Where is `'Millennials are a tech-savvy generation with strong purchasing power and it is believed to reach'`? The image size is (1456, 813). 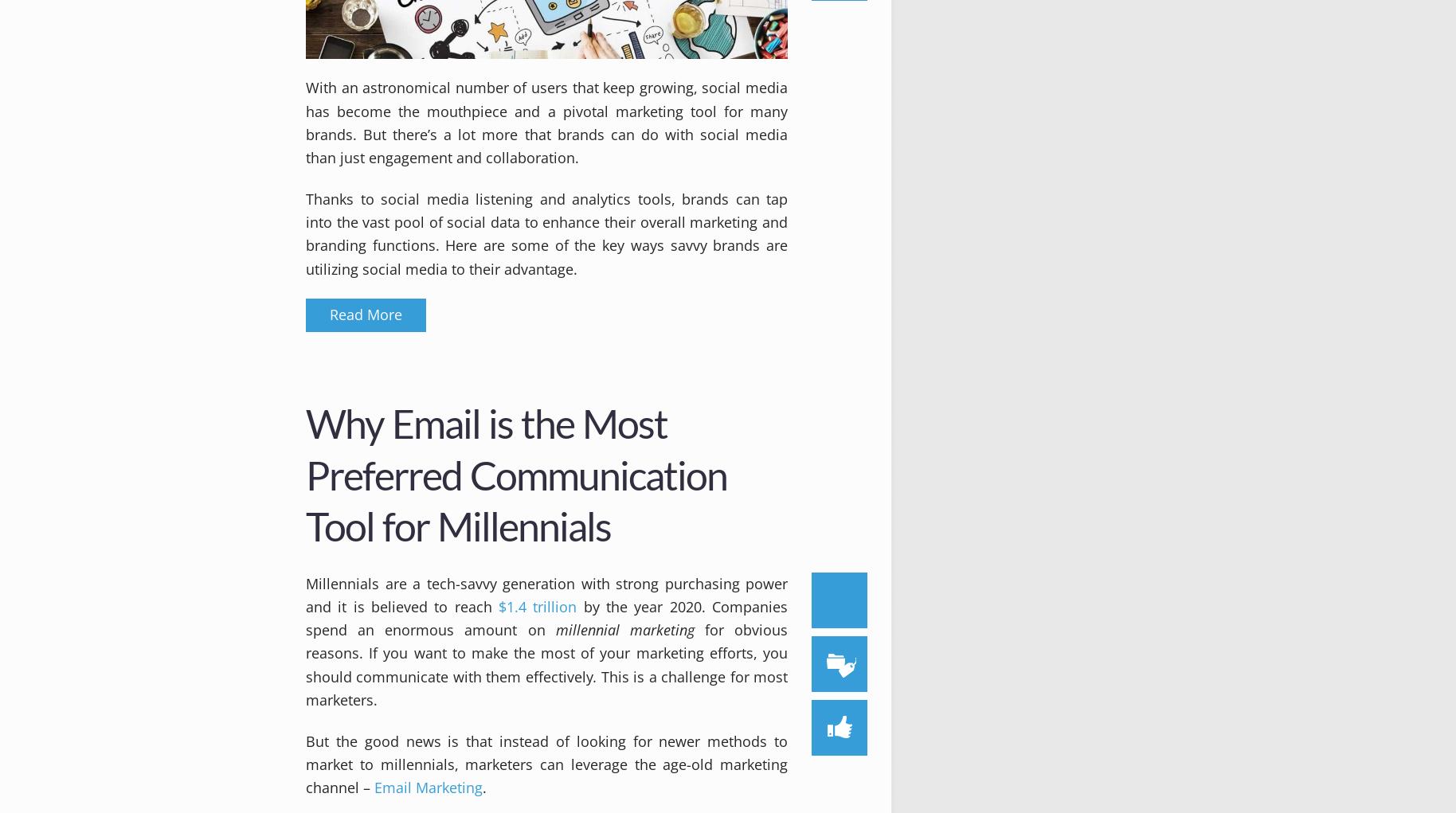
'Millennials are a tech-savvy generation with strong purchasing power and it is believed to reach' is located at coordinates (546, 593).